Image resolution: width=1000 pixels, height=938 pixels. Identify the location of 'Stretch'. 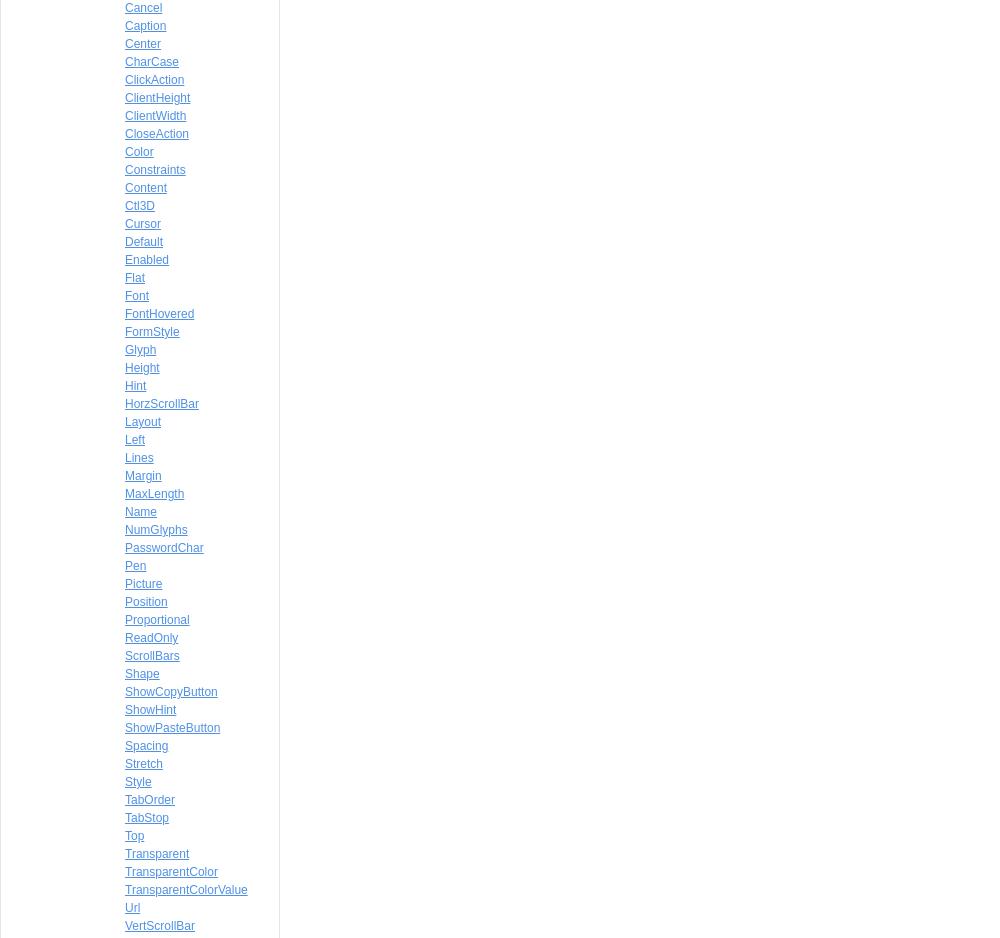
(144, 764).